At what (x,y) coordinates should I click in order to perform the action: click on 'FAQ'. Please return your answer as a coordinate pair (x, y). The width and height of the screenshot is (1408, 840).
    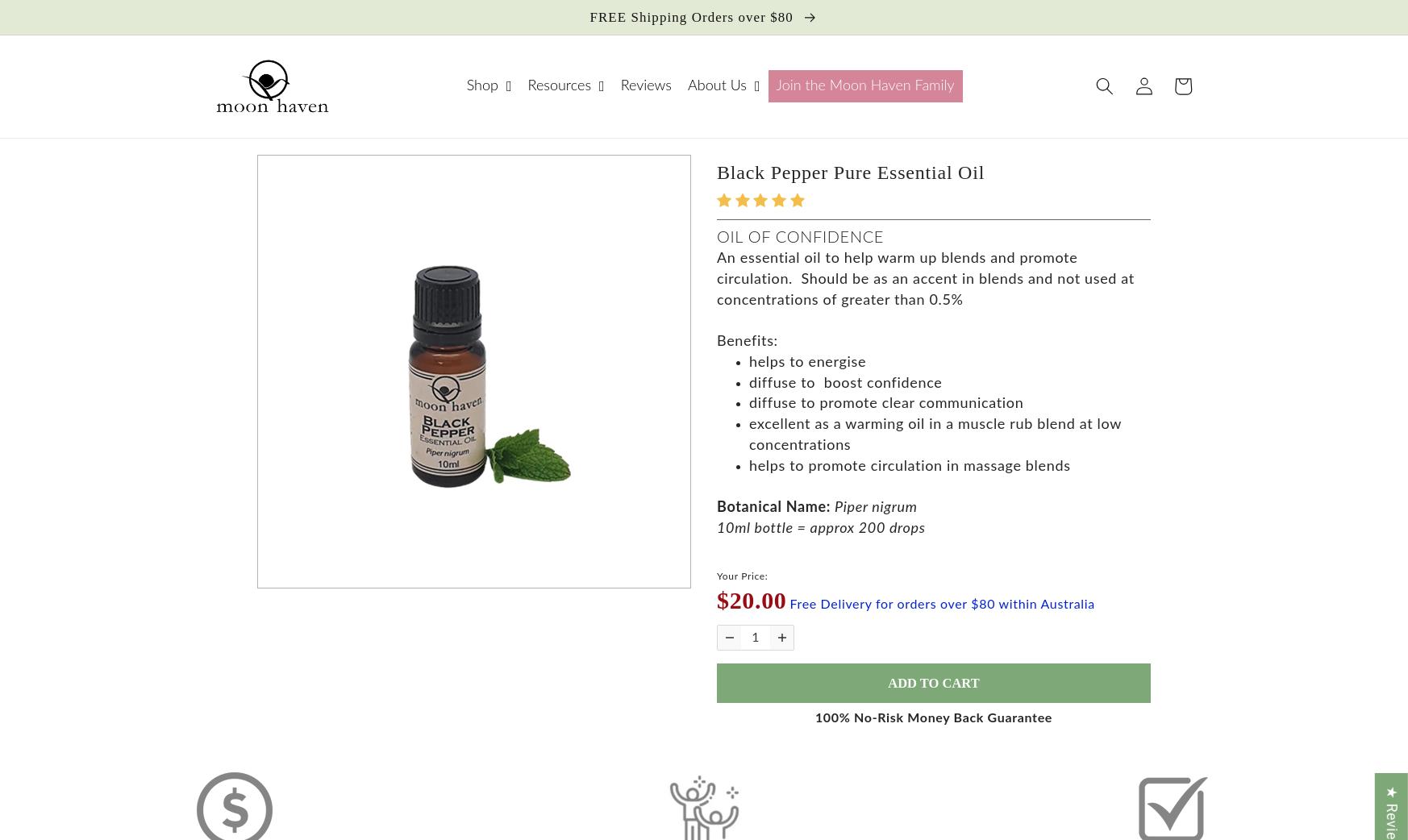
    Looking at the image, I should click on (382, 161).